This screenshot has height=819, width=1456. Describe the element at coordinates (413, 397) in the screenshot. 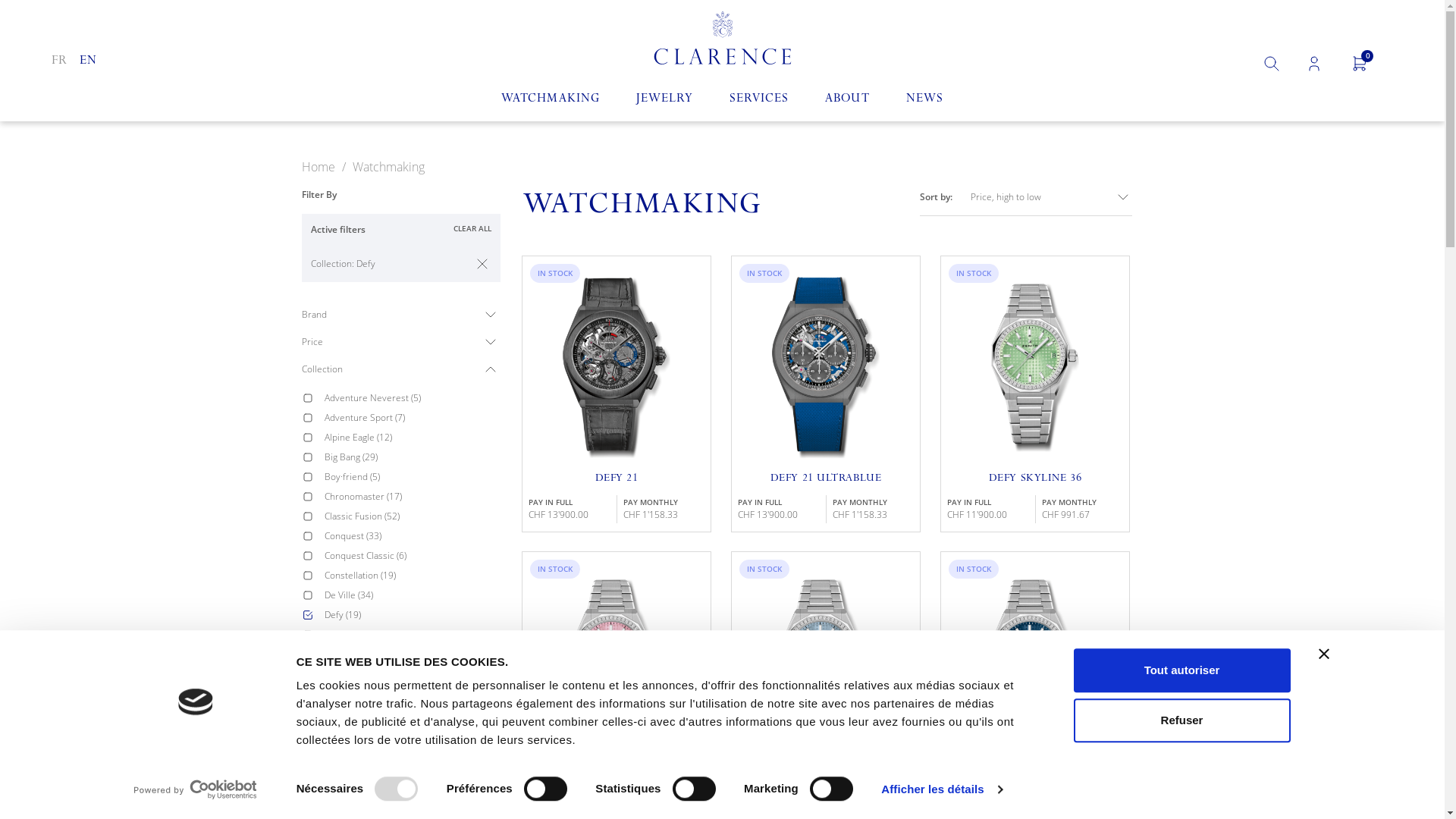

I see `'Adventure Neverest (5)'` at that location.